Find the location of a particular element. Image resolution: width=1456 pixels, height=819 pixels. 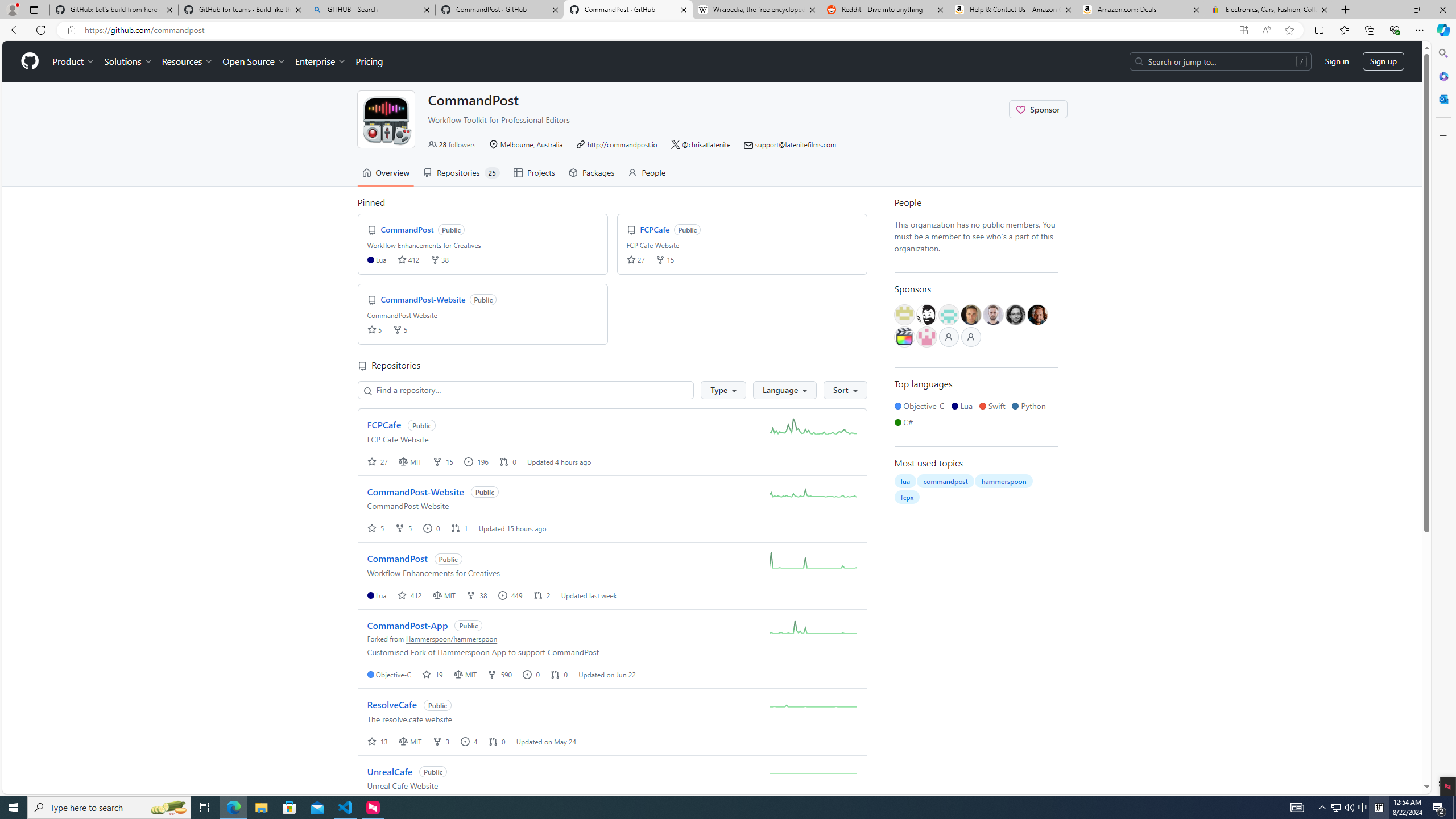

'FCPCafePublicFCP Cafe Website 27 15' is located at coordinates (742, 243).